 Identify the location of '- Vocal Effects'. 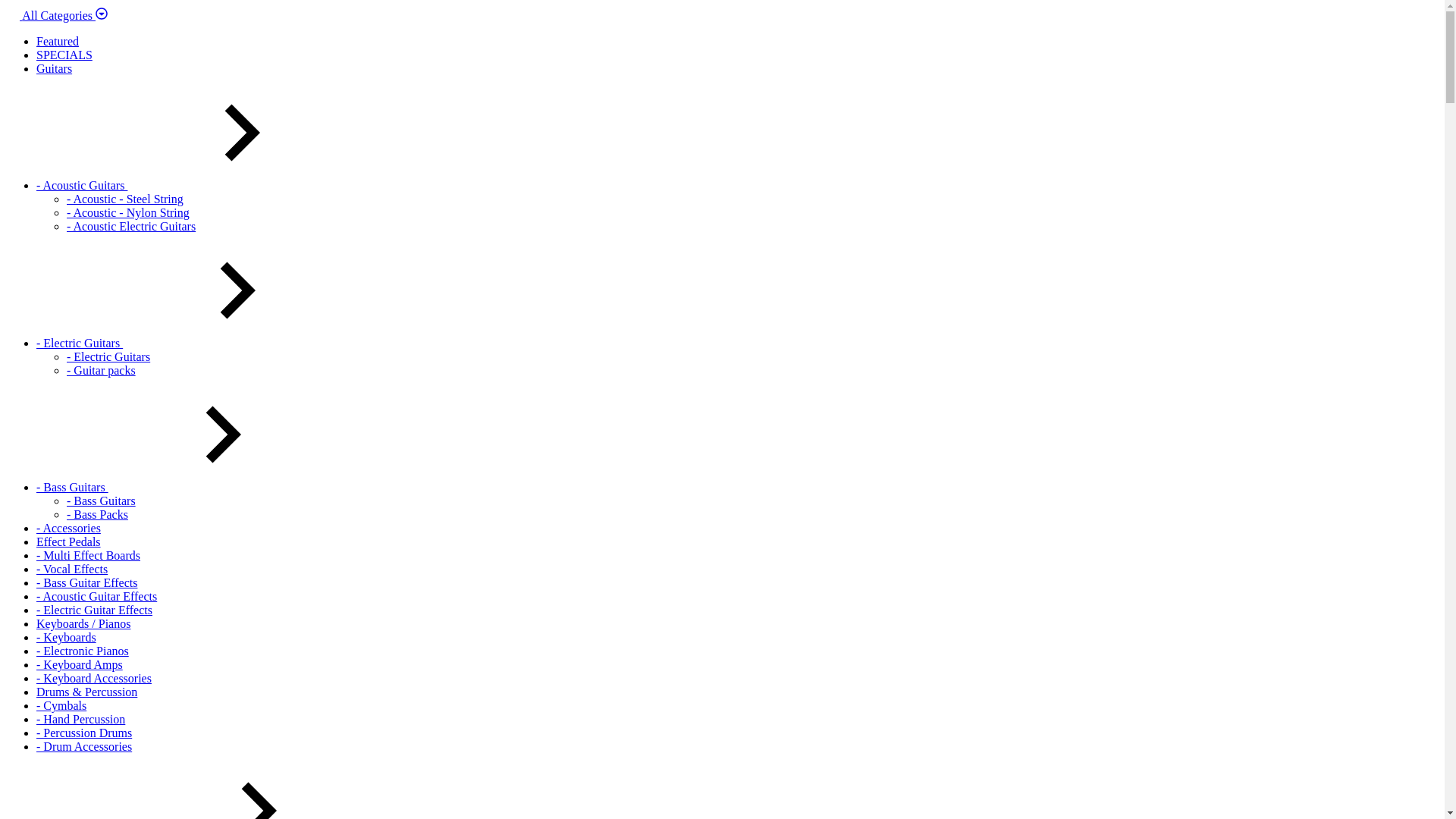
(71, 569).